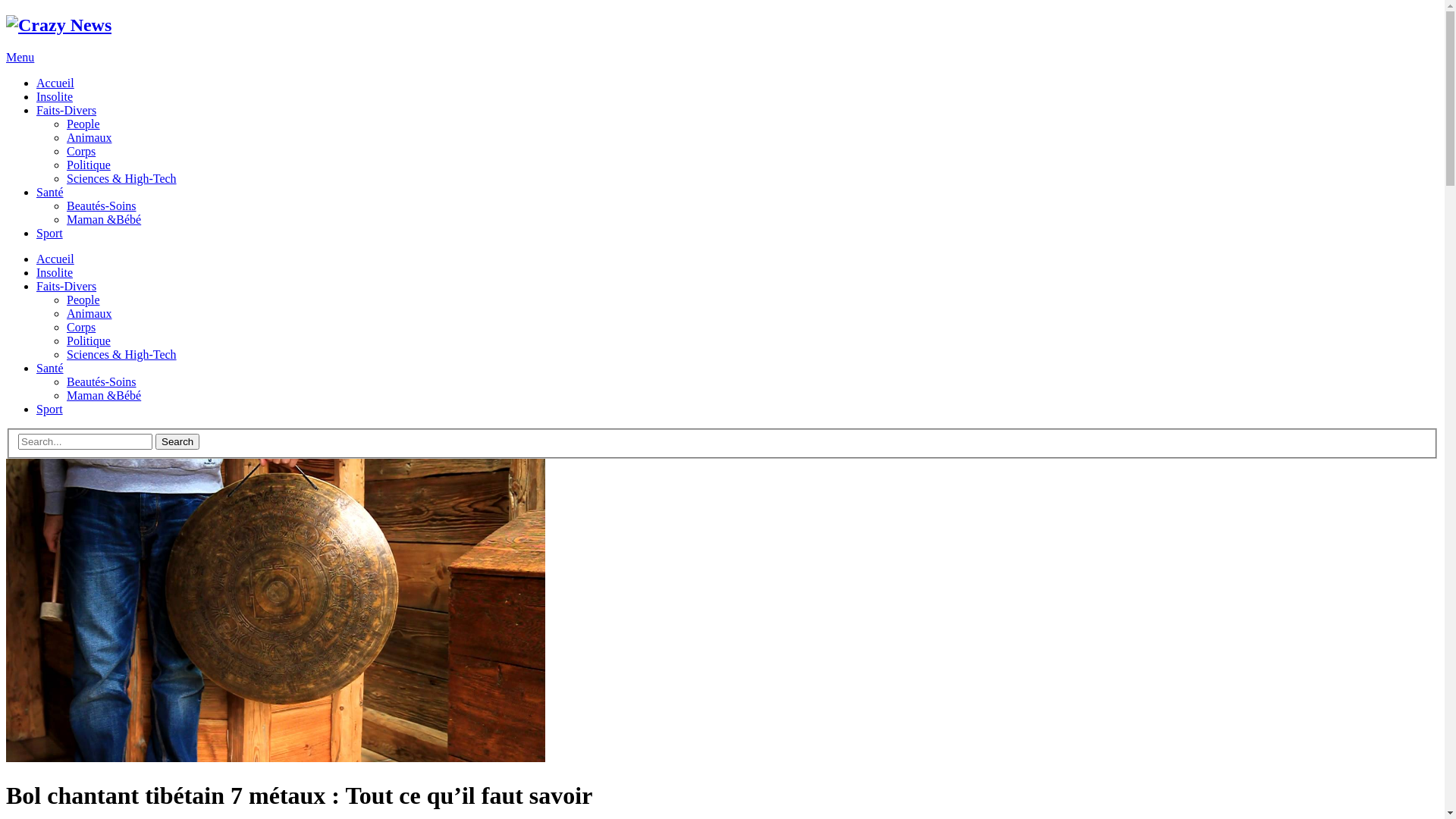 This screenshot has width=1456, height=819. Describe the element at coordinates (20, 56) in the screenshot. I see `'Menu'` at that location.